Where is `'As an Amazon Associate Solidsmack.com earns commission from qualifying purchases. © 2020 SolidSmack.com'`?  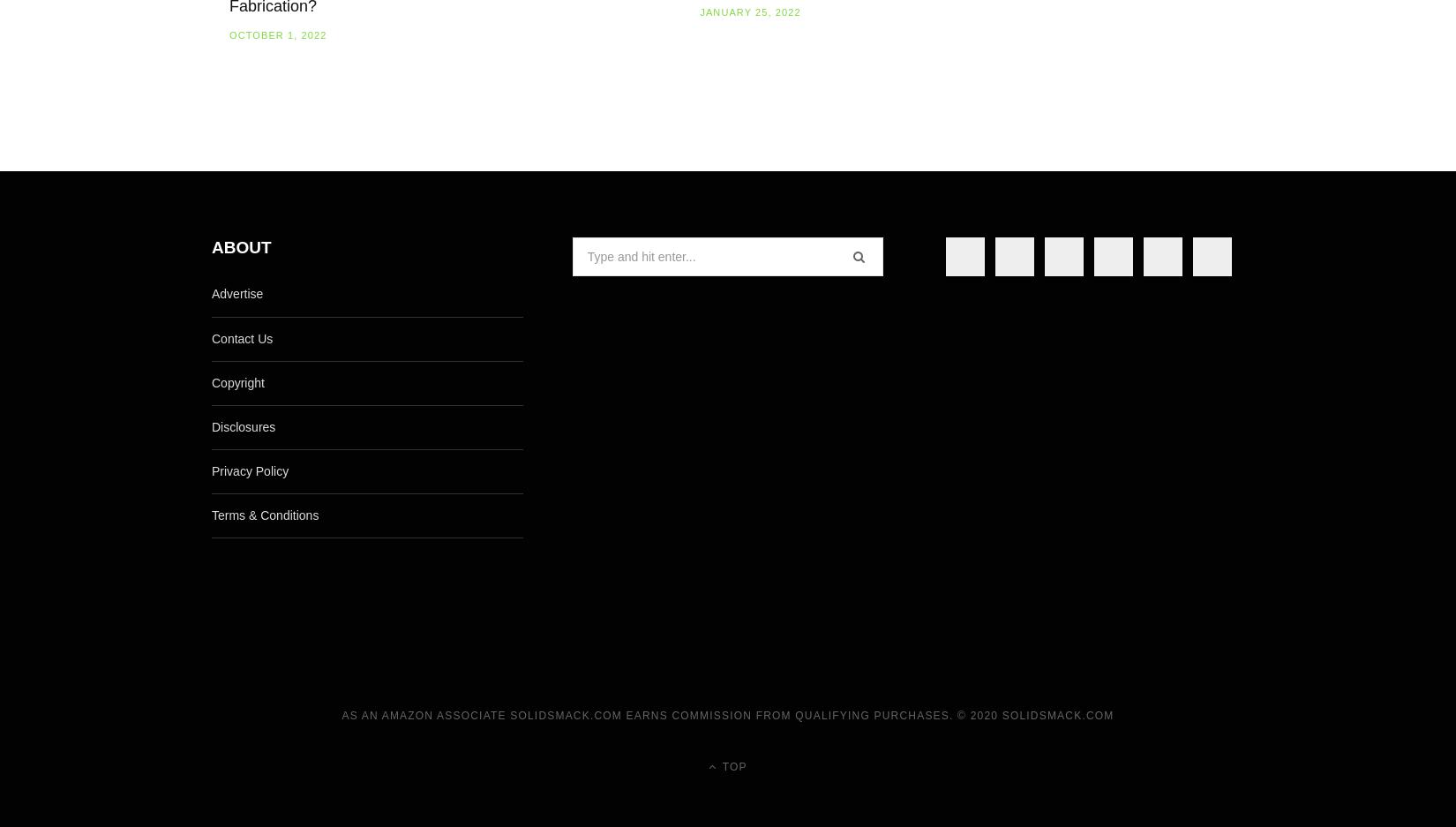
'As an Amazon Associate Solidsmack.com earns commission from qualifying purchases. © 2020 SolidSmack.com' is located at coordinates (726, 714).